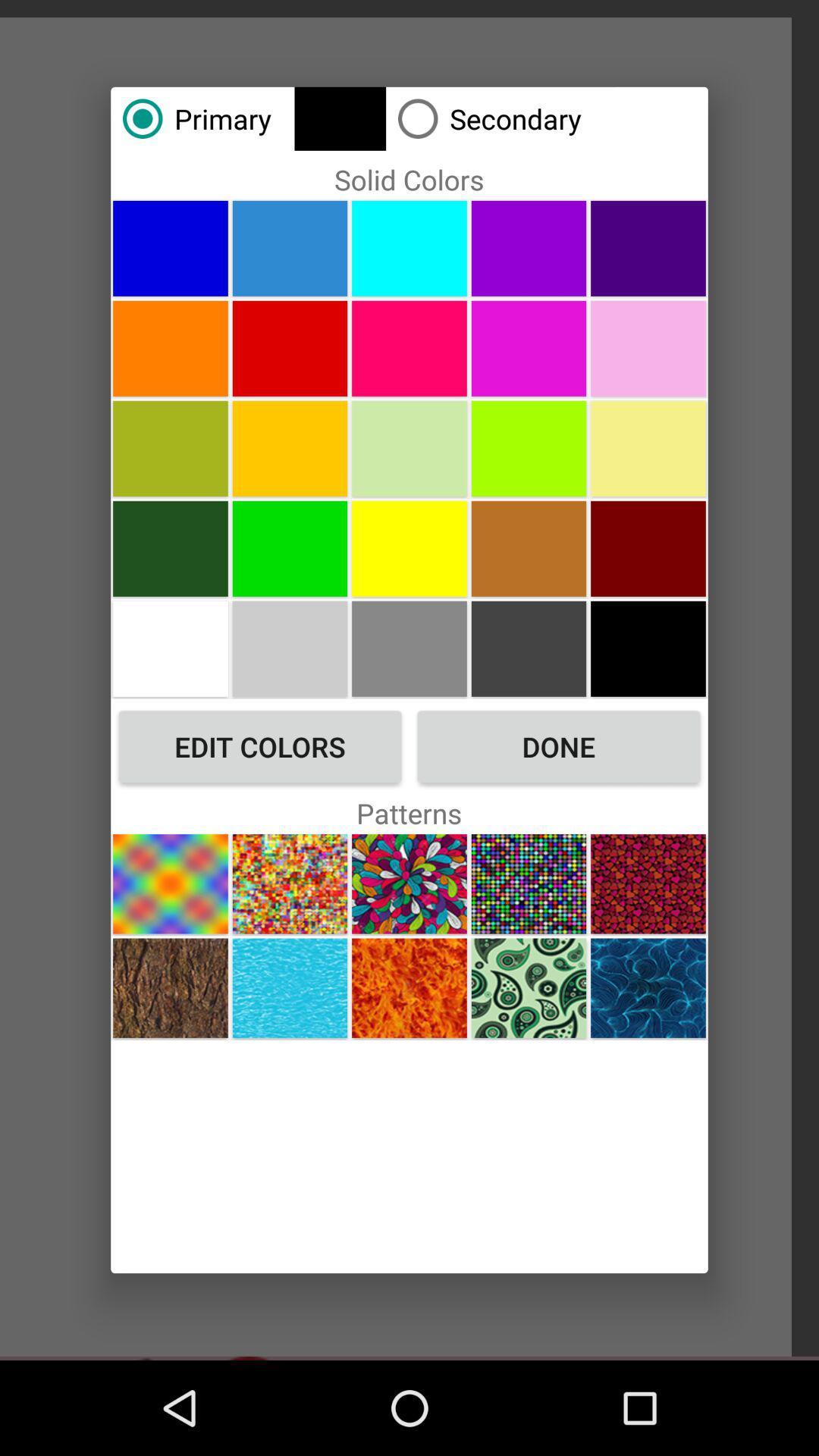  Describe the element at coordinates (528, 883) in the screenshot. I see `this pattern` at that location.